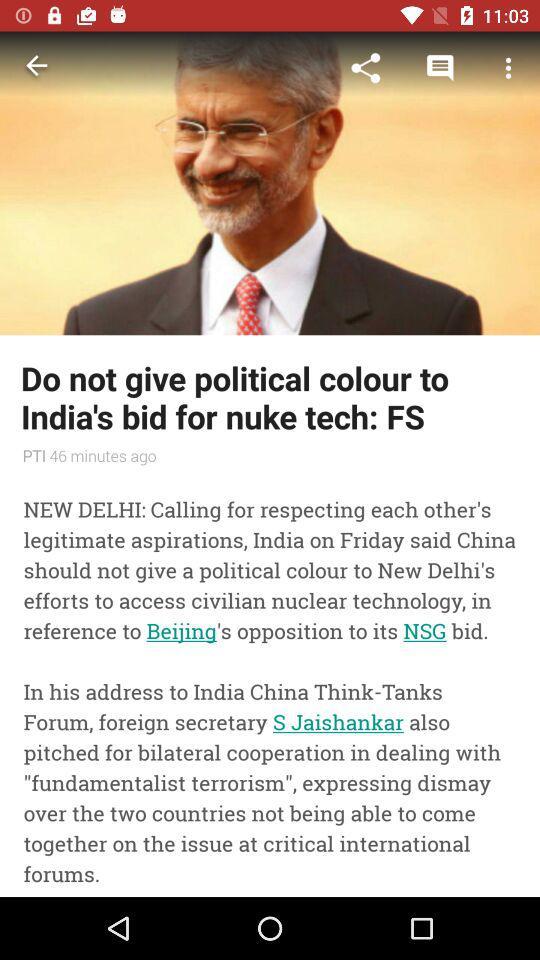 Image resolution: width=540 pixels, height=960 pixels. Describe the element at coordinates (270, 684) in the screenshot. I see `icon below pti 46 minutes item` at that location.